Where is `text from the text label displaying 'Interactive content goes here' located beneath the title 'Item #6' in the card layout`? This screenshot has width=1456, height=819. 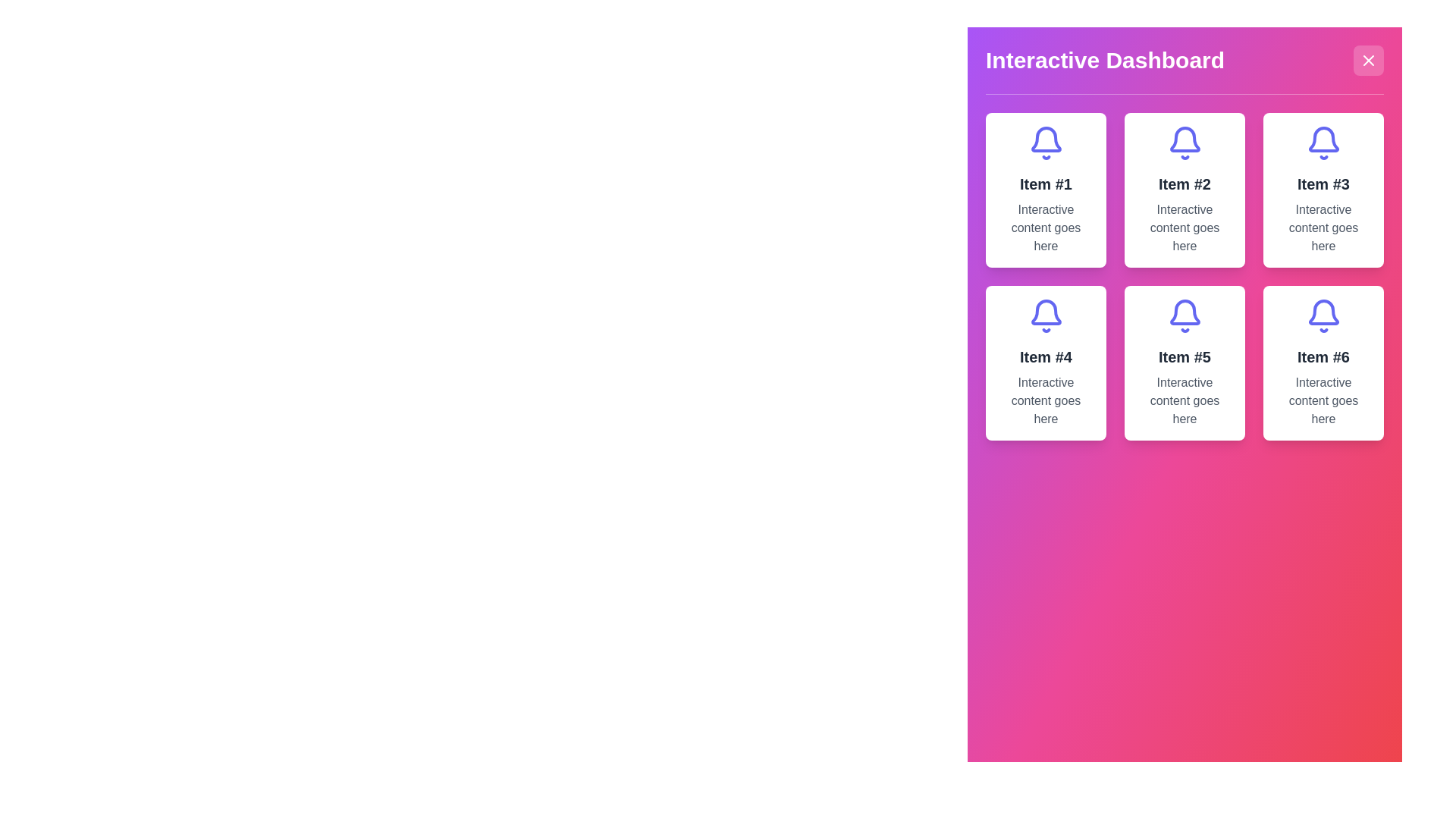
text from the text label displaying 'Interactive content goes here' located beneath the title 'Item #6' in the card layout is located at coordinates (1323, 400).